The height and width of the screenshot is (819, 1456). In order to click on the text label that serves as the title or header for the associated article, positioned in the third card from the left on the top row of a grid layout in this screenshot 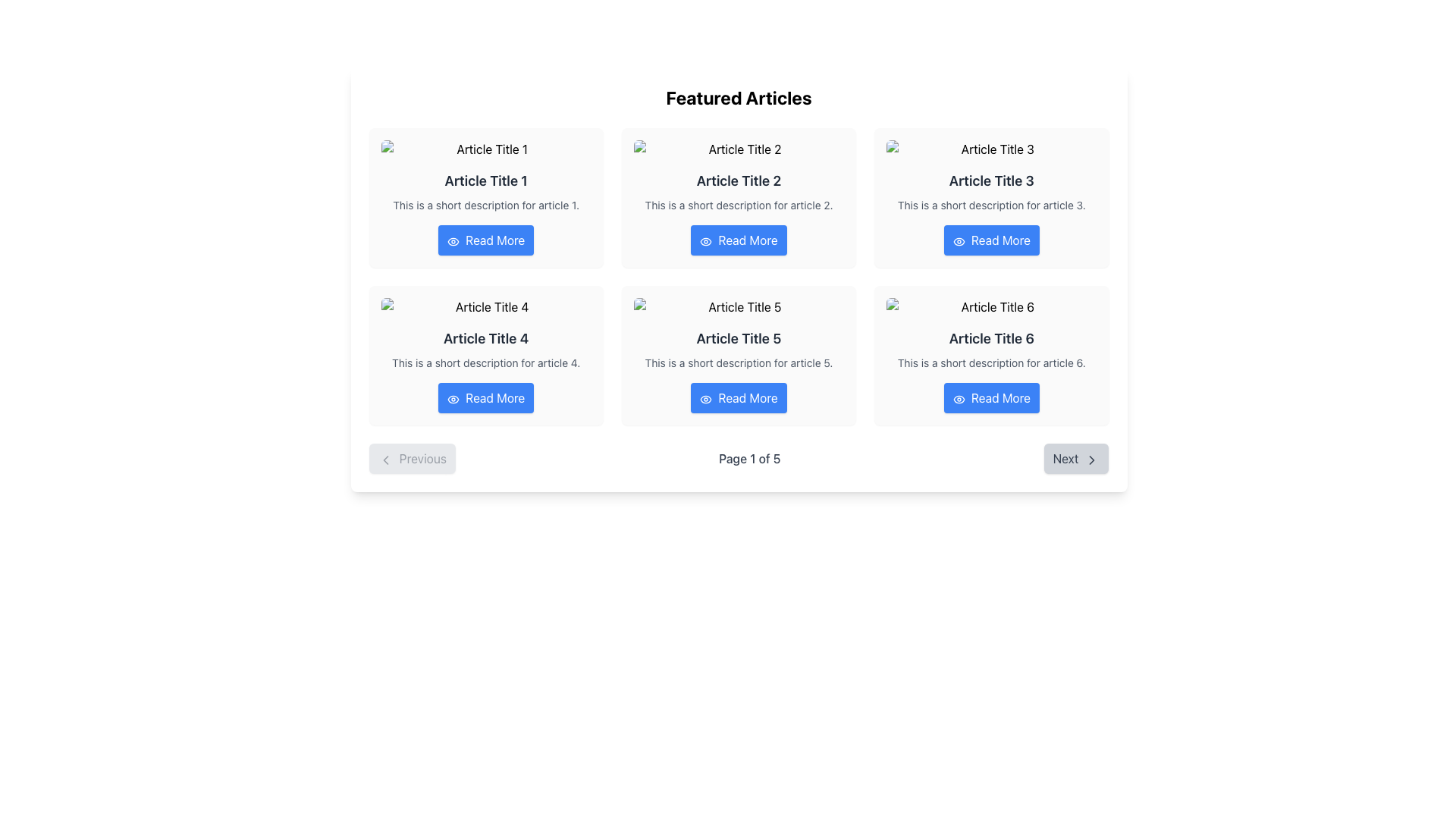, I will do `click(991, 180)`.